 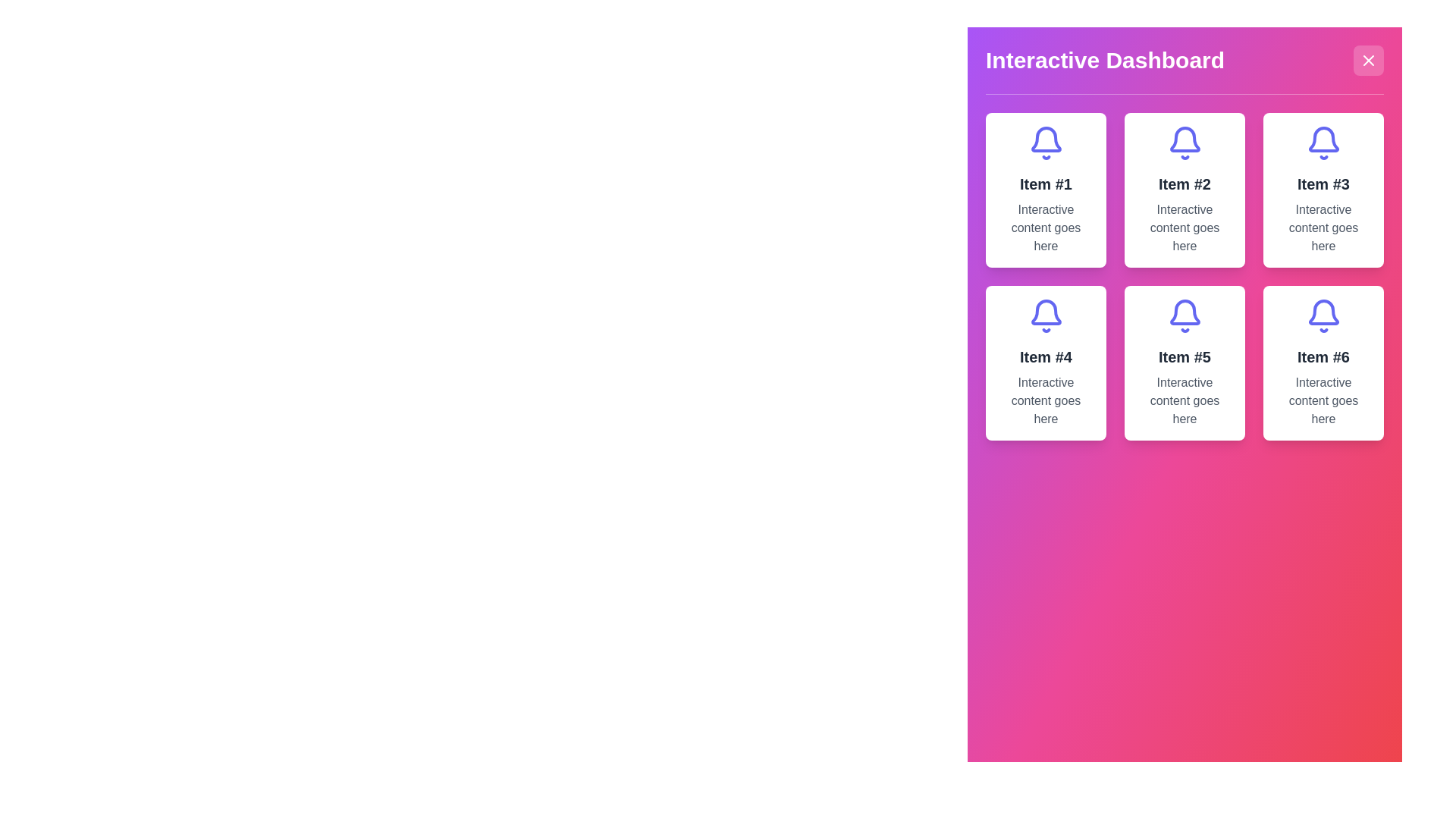 I want to click on the text element stating 'Interactive content goes here', which is located beneath the title 'Item #4' in a card-like structure in the bottom-left of a 2x3 grid of cards, so click(x=1045, y=400).